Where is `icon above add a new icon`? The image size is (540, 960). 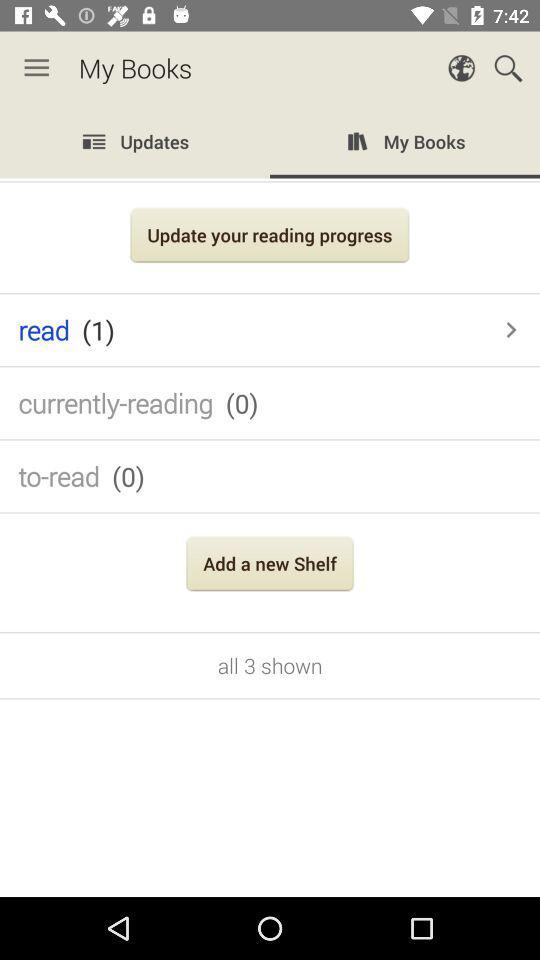
icon above add a new icon is located at coordinates (270, 476).